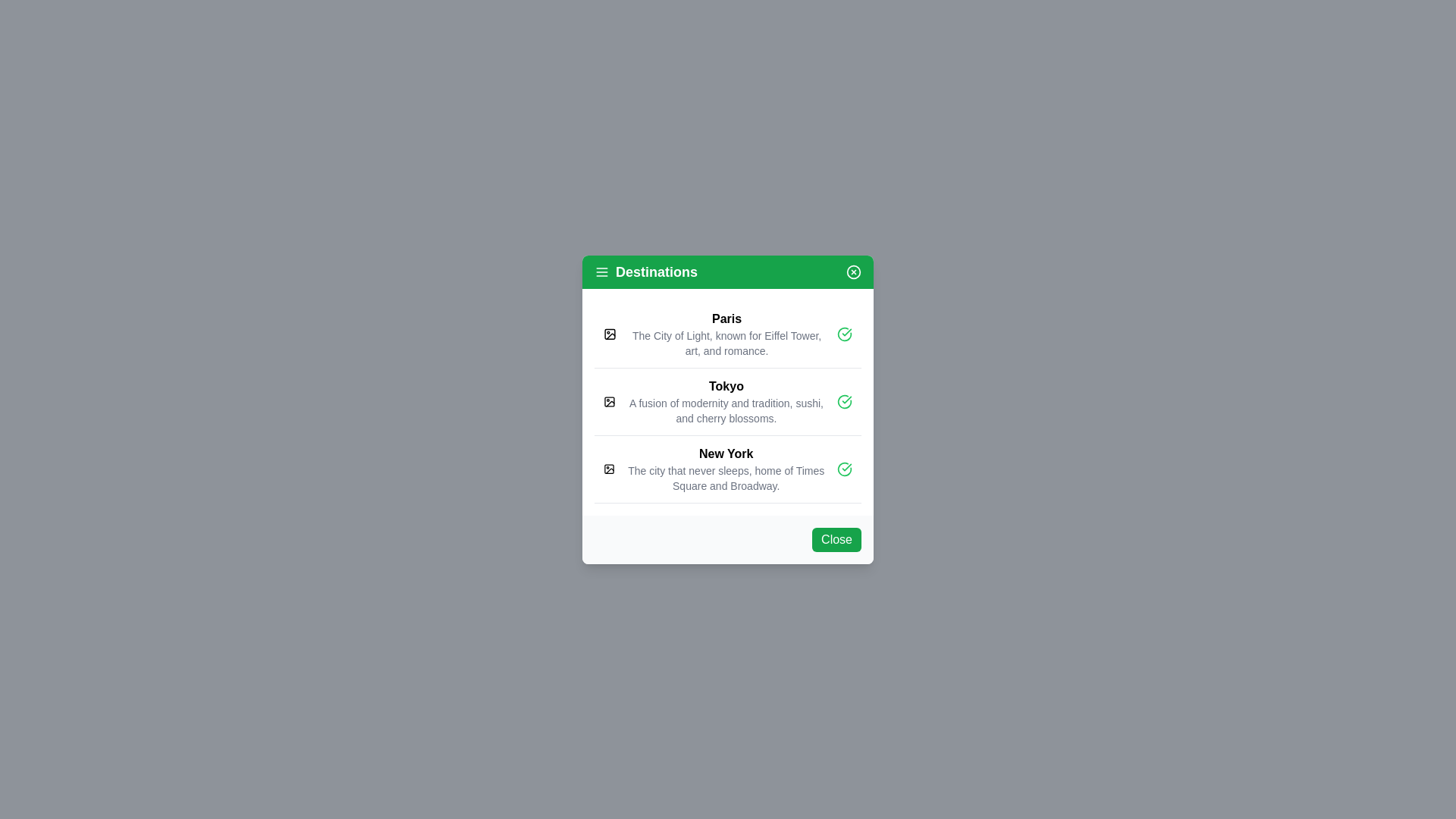 This screenshot has width=1456, height=819. I want to click on the text element describing the destination 'Tokyo', which is the second item in a vertical list of destinations, located between 'Paris' and 'New York', so click(725, 400).